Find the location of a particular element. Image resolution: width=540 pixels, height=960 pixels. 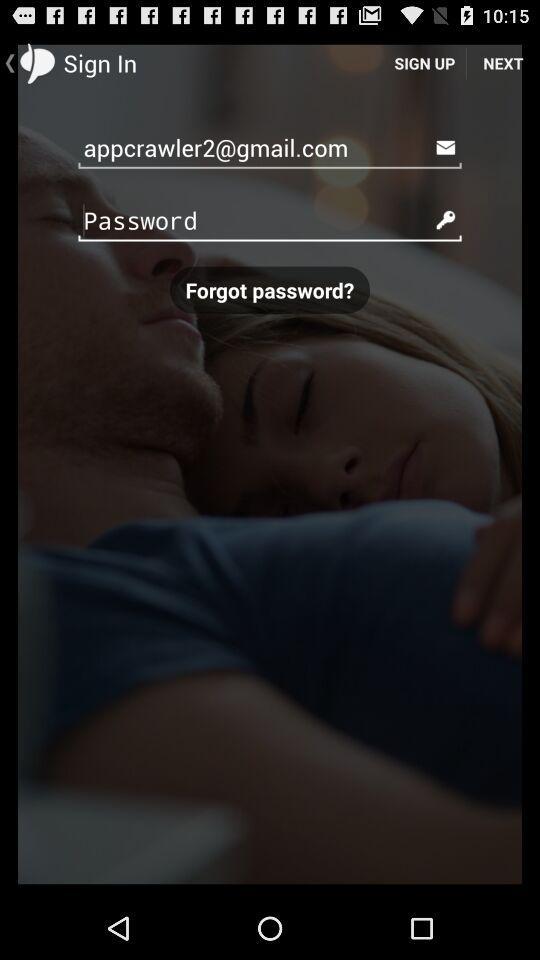

forgot password? item is located at coordinates (270, 288).